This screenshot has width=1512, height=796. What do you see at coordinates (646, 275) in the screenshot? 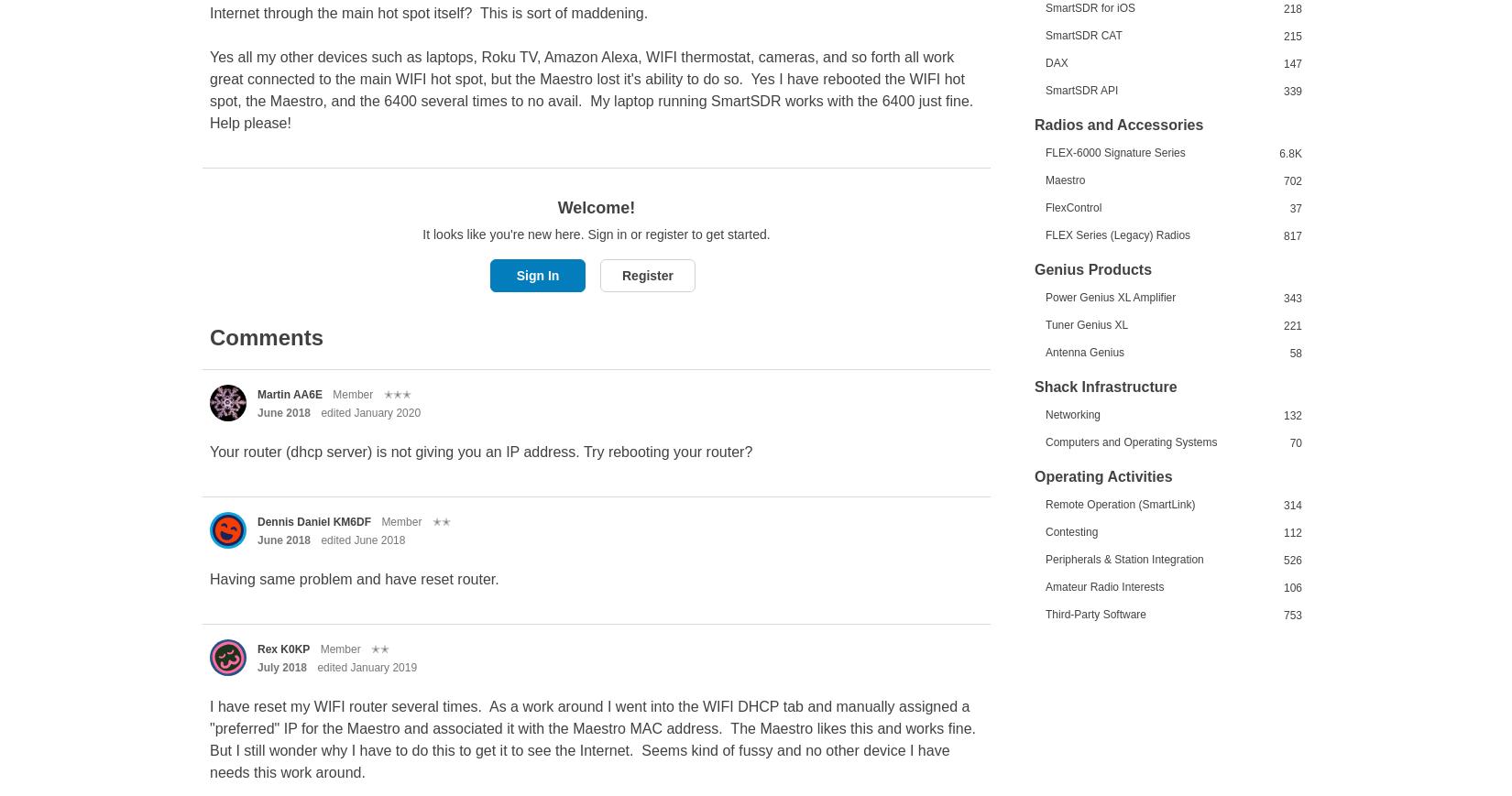
I see `'Register'` at bounding box center [646, 275].